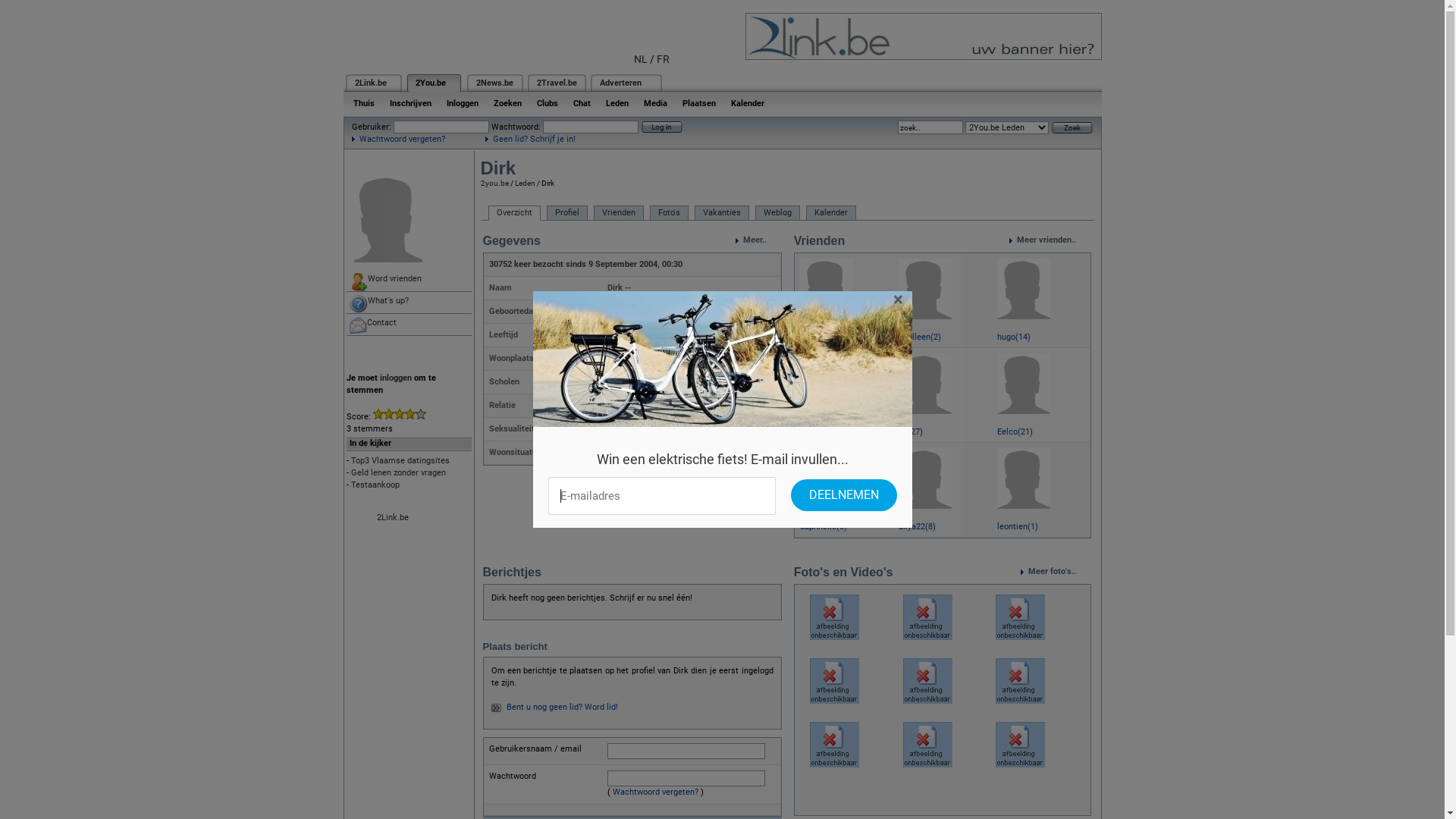  I want to click on 'Overzicht', so click(514, 213).